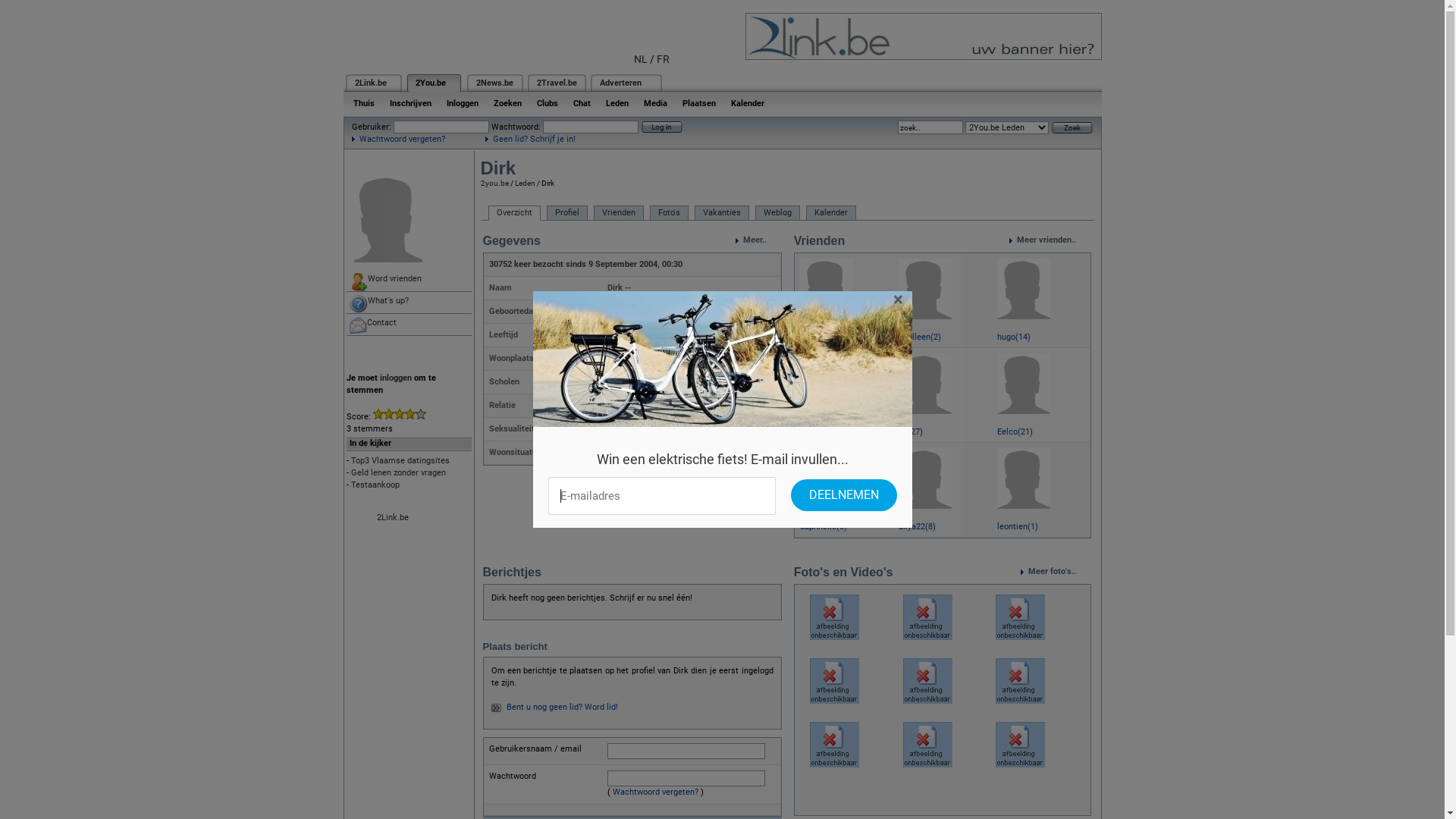  I want to click on 'Overzicht', so click(514, 213).